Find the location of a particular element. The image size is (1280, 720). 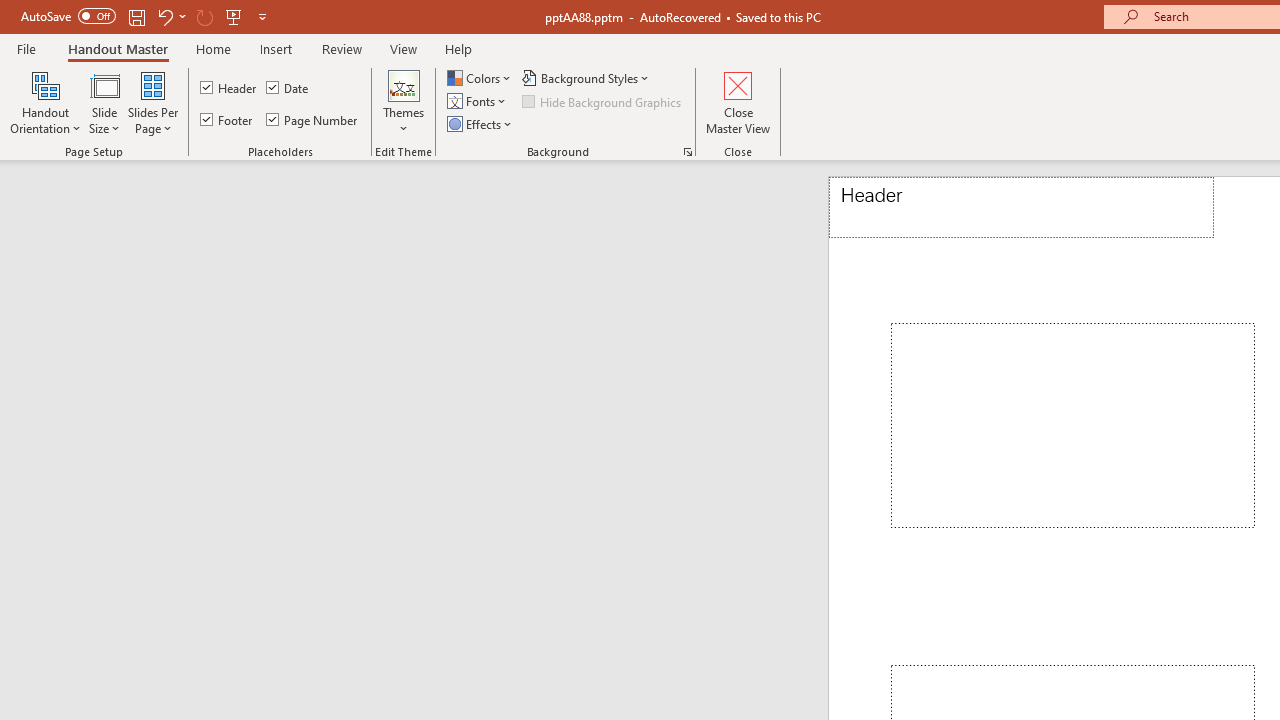

'Colors' is located at coordinates (481, 77).